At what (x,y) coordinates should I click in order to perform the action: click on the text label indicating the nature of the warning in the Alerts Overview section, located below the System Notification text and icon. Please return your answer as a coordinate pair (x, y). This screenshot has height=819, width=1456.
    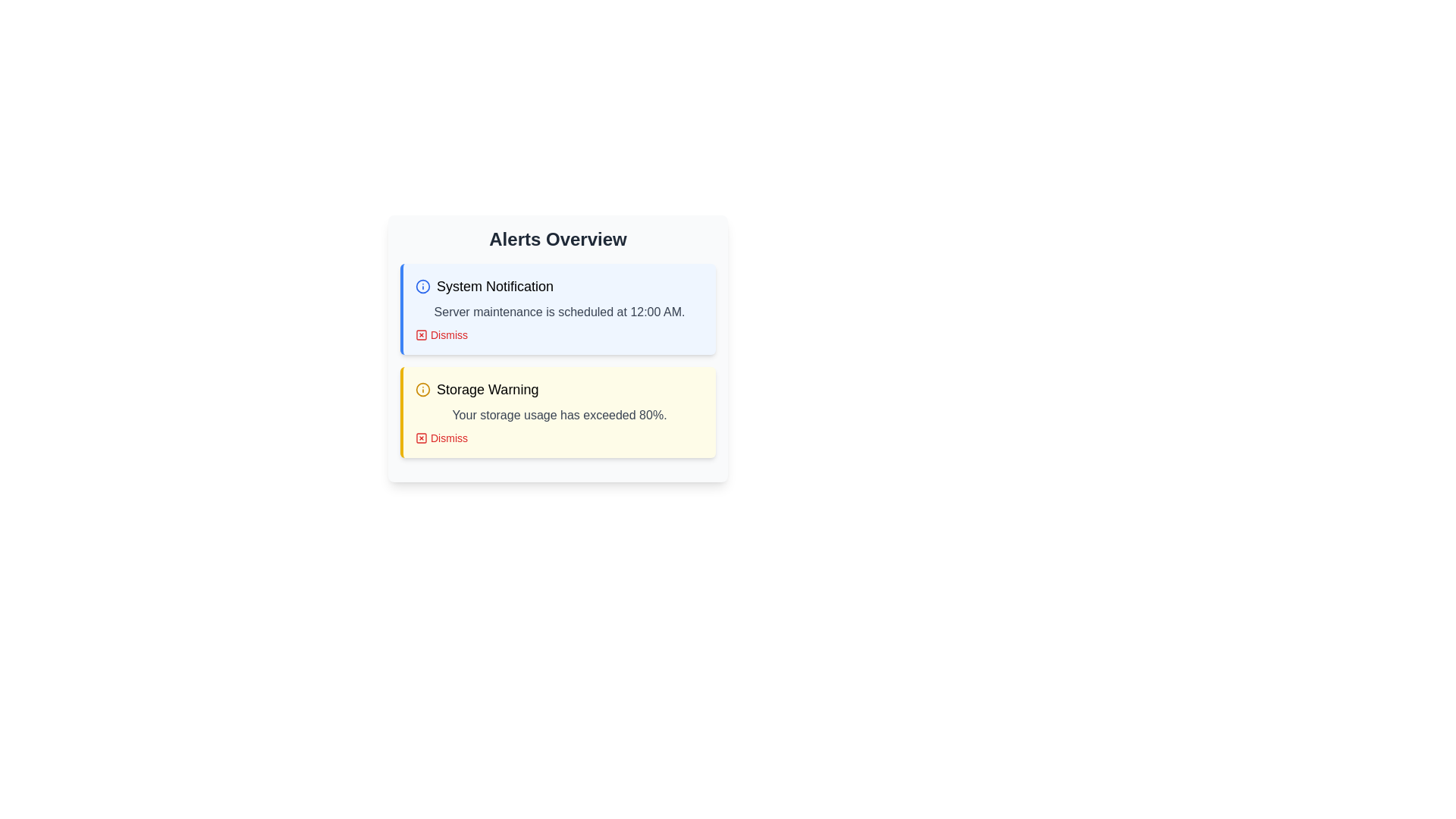
    Looking at the image, I should click on (488, 388).